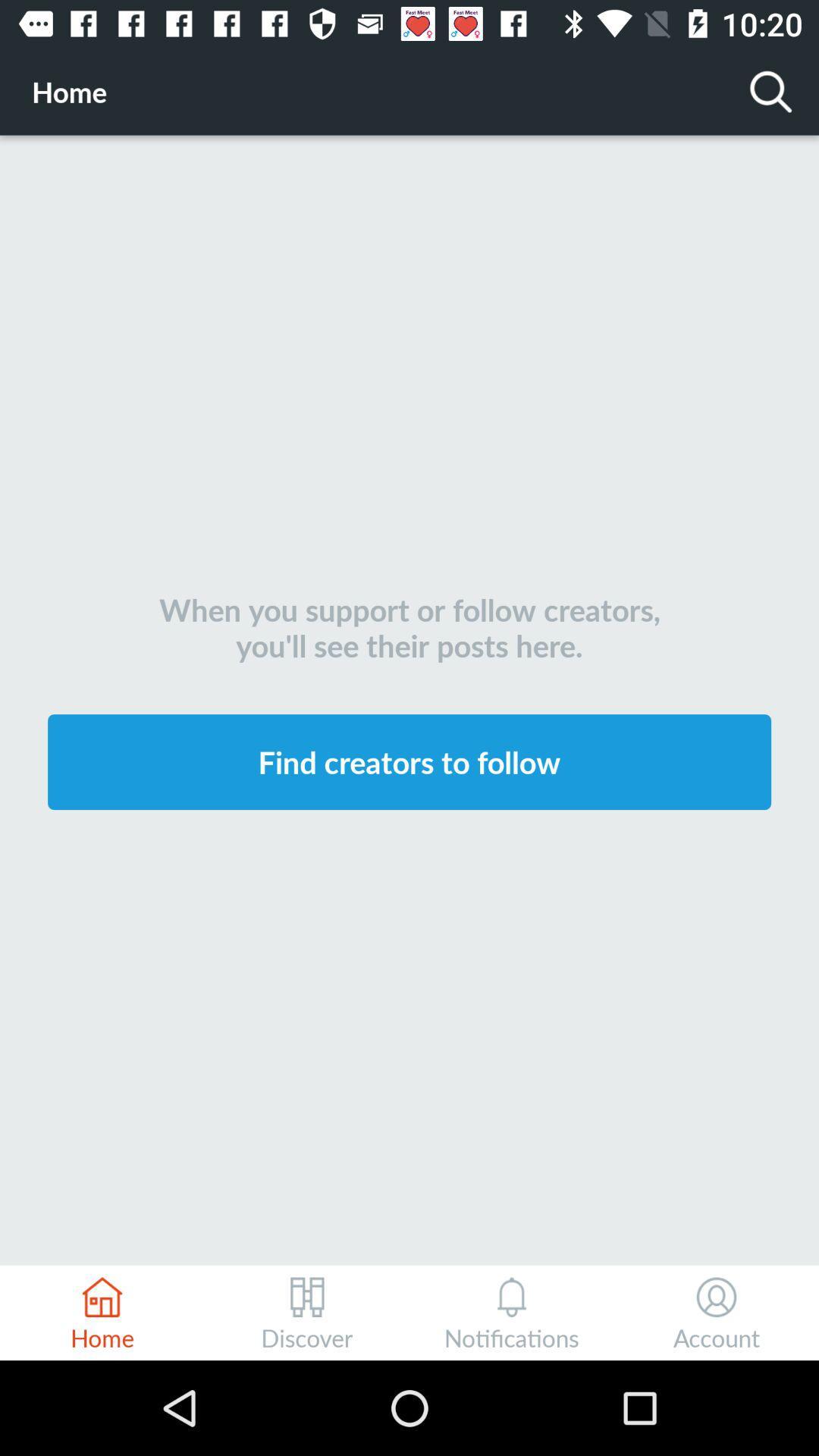 The image size is (819, 1456). What do you see at coordinates (771, 90) in the screenshot?
I see `the item at the top right corner` at bounding box center [771, 90].